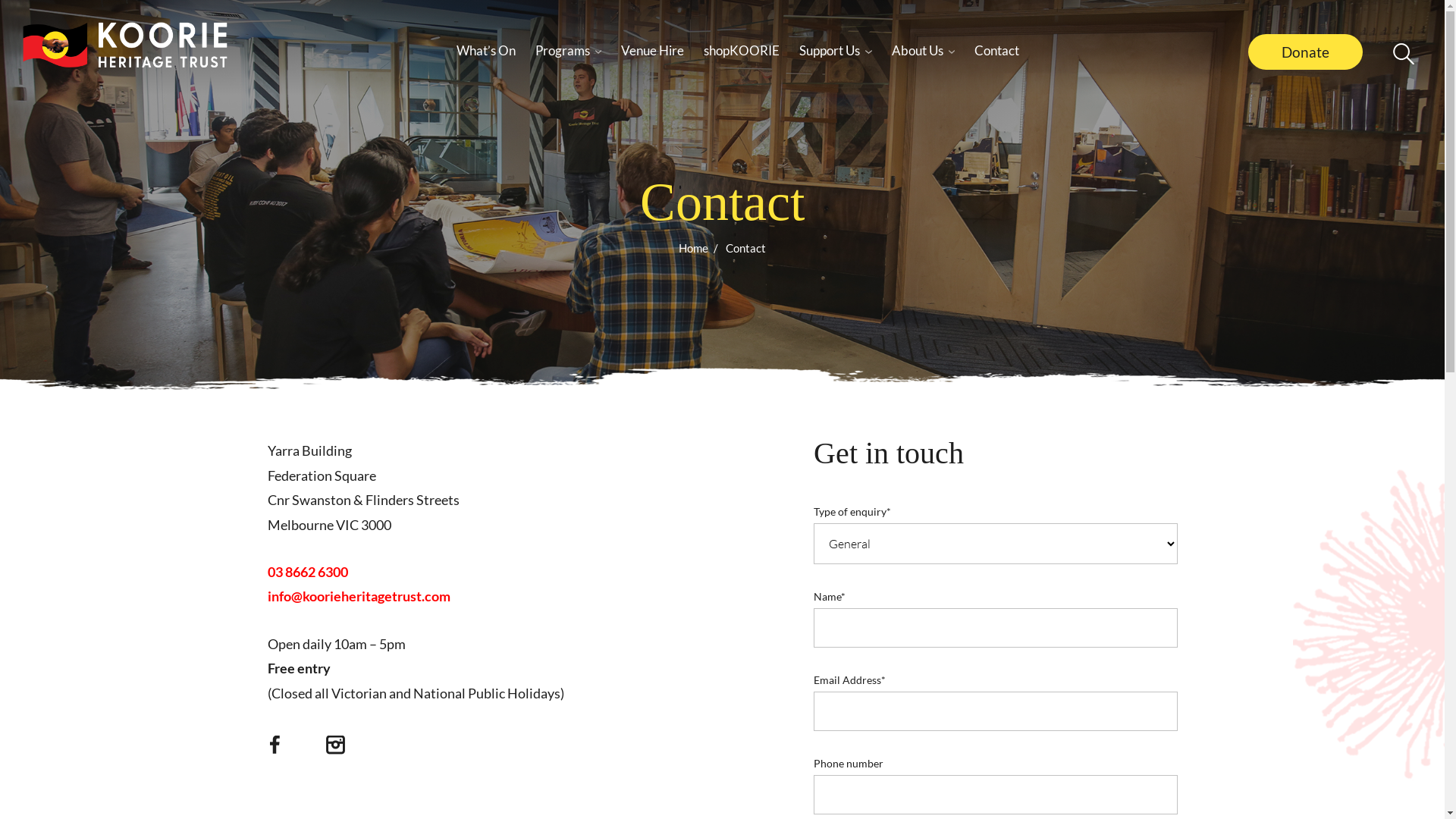 This screenshot has height=819, width=1456. Describe the element at coordinates (275, 748) in the screenshot. I see `'Find us on Facebook'` at that location.